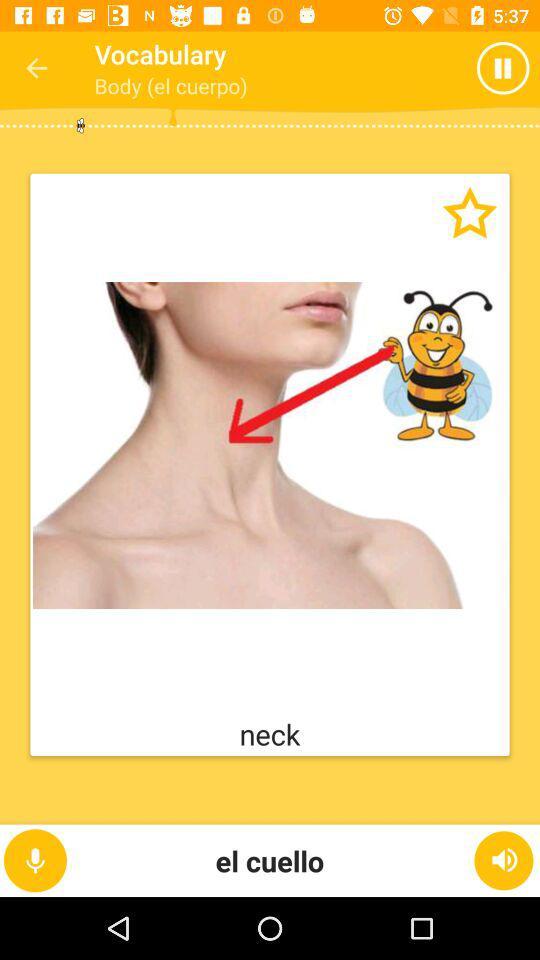 This screenshot has height=960, width=540. What do you see at coordinates (463, 68) in the screenshot?
I see `item next to body (el cuerpo)` at bounding box center [463, 68].